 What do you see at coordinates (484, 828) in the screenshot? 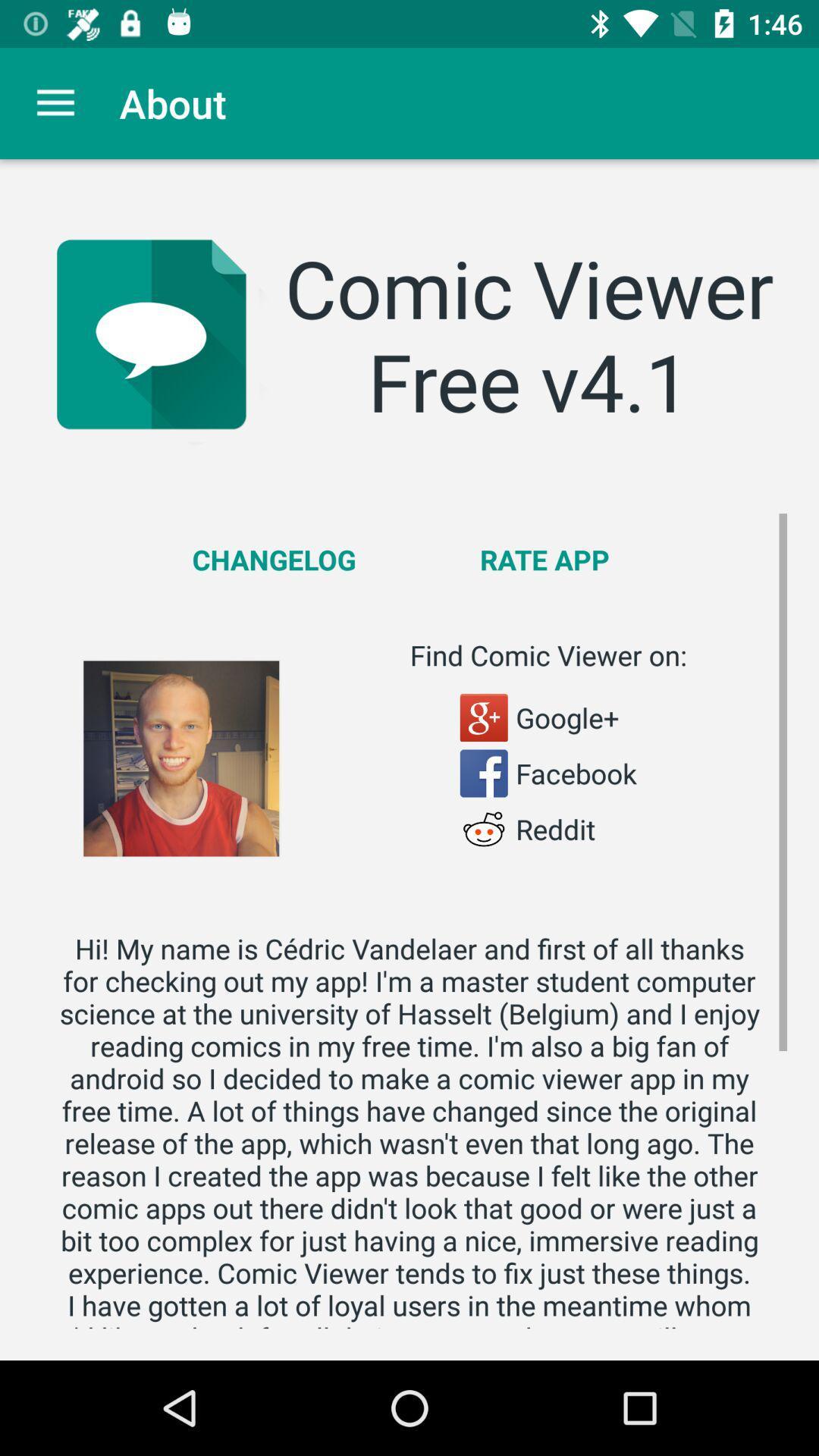
I see `the emoji icon` at bounding box center [484, 828].